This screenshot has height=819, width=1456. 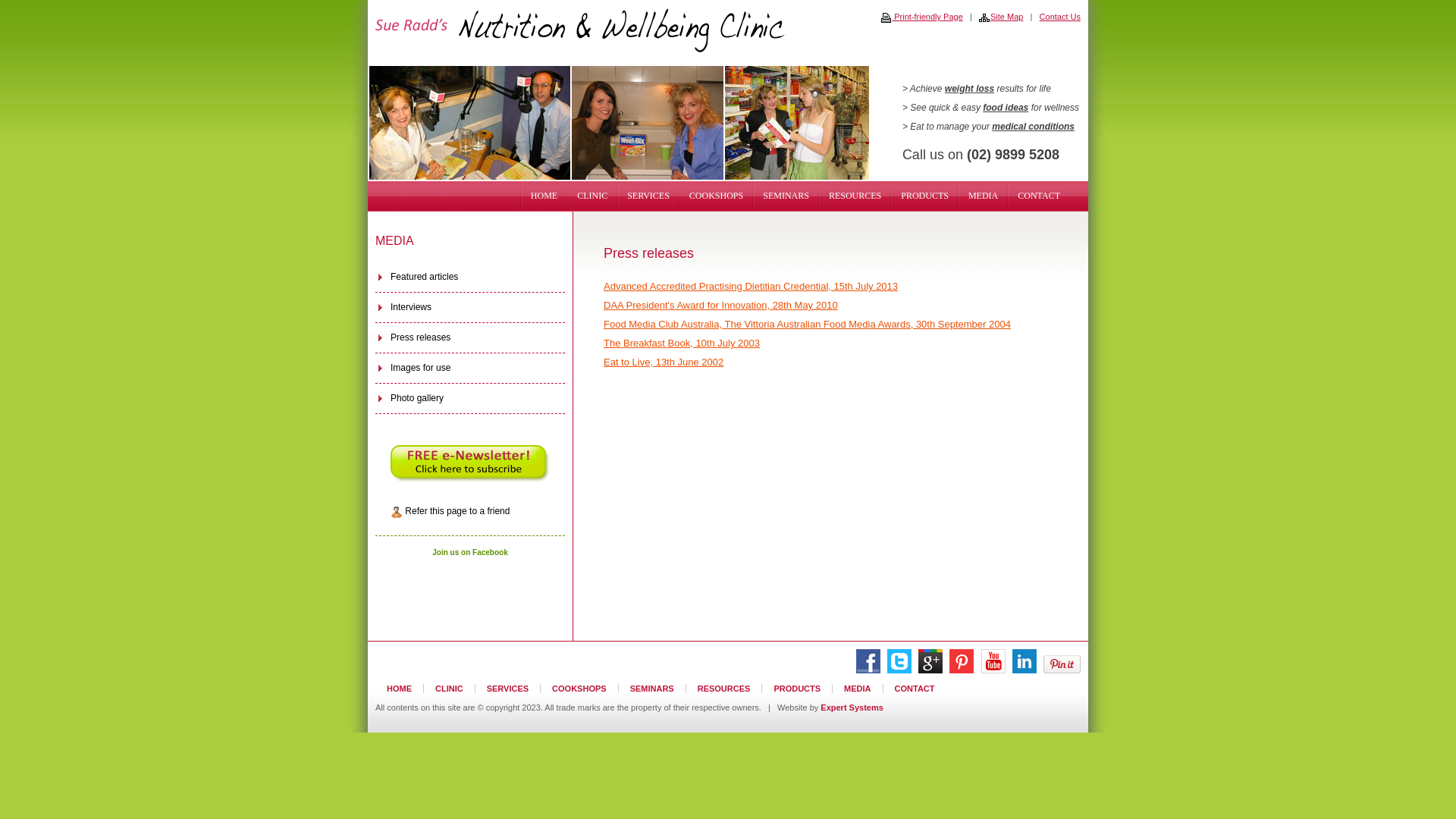 What do you see at coordinates (1059, 17) in the screenshot?
I see `'Contact Us'` at bounding box center [1059, 17].